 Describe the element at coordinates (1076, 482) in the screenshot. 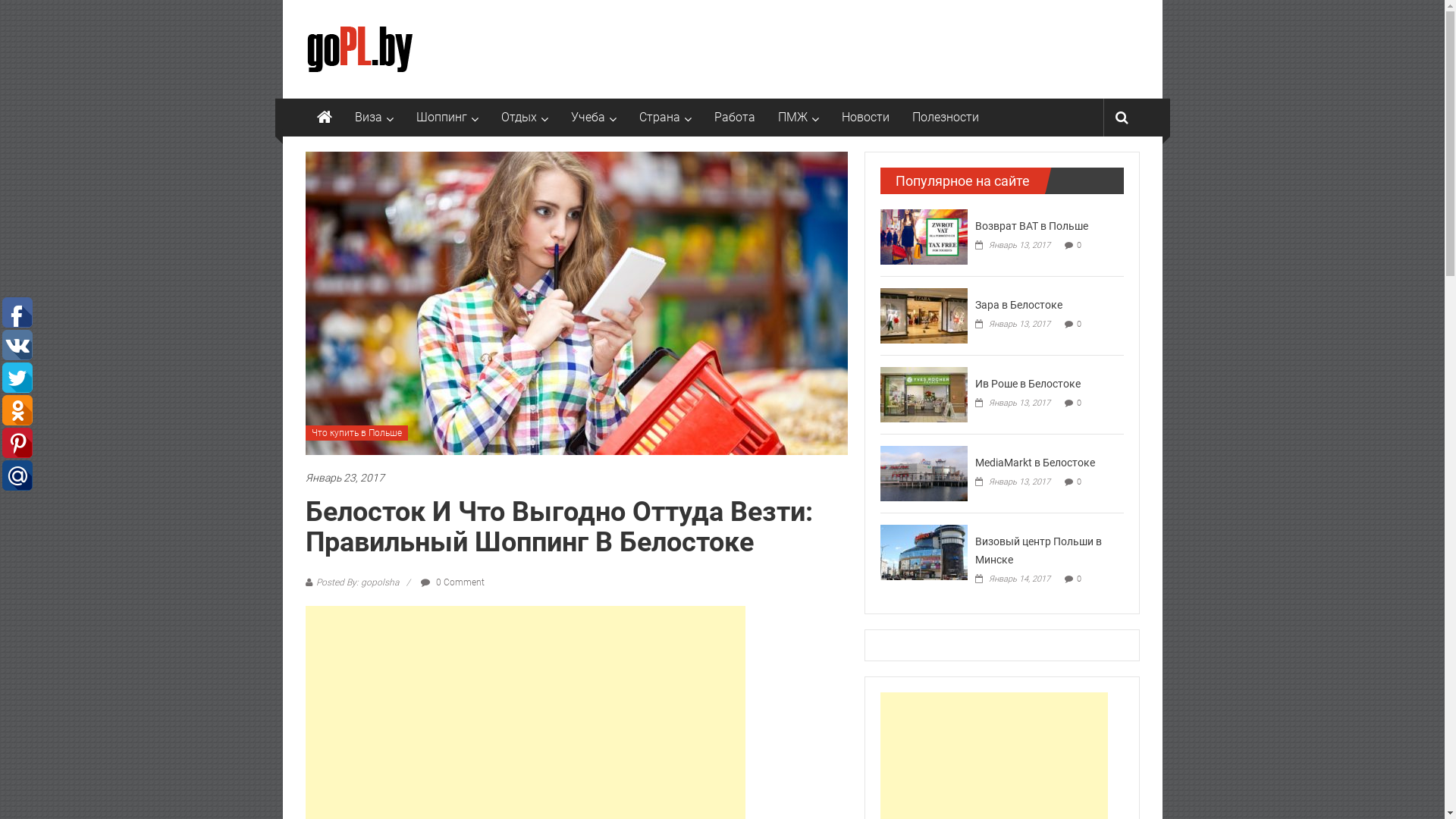

I see `'0'` at that location.